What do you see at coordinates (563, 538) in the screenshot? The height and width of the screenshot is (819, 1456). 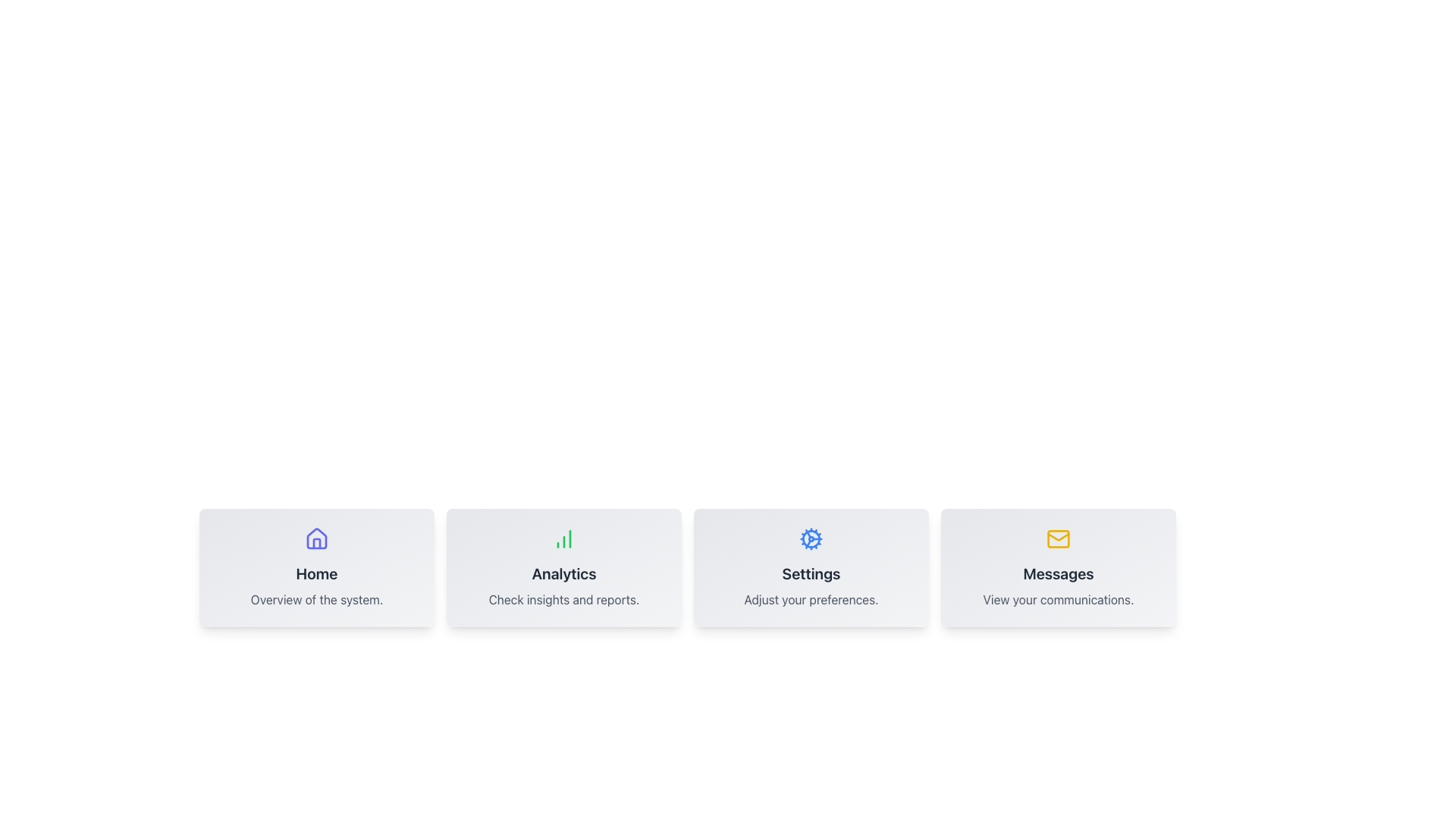 I see `the graphical icon representing an increasing bar chart, which is located in the second card of a horizontally arranged group of four cards, positioned centrally above the text 'Analytics'` at bounding box center [563, 538].